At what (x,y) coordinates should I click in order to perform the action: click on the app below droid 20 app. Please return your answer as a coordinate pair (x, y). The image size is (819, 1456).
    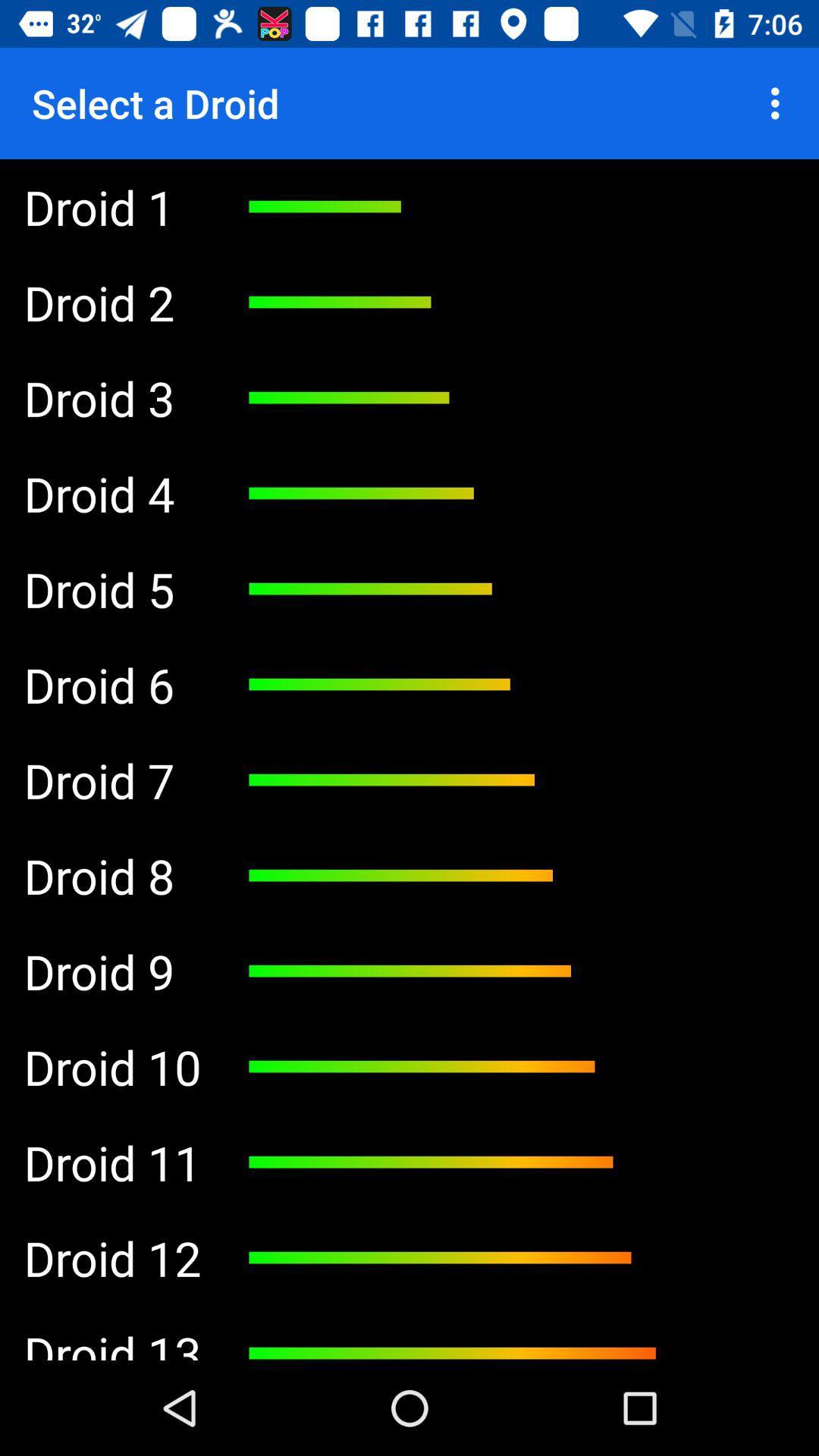
    Looking at the image, I should click on (111, 1258).